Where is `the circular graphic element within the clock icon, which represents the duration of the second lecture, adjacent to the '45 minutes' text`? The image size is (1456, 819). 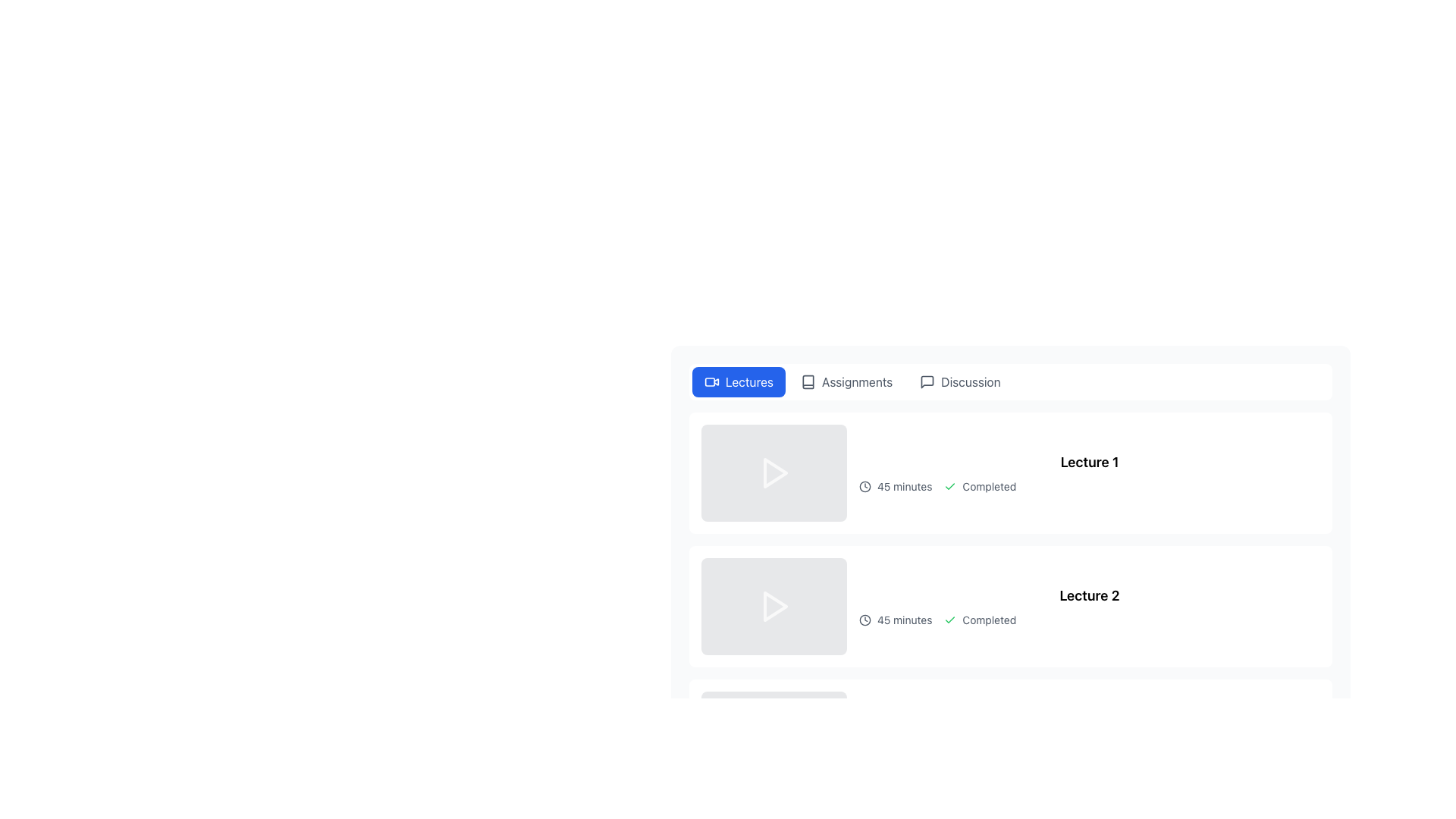 the circular graphic element within the clock icon, which represents the duration of the second lecture, adjacent to the '45 minutes' text is located at coordinates (865, 620).